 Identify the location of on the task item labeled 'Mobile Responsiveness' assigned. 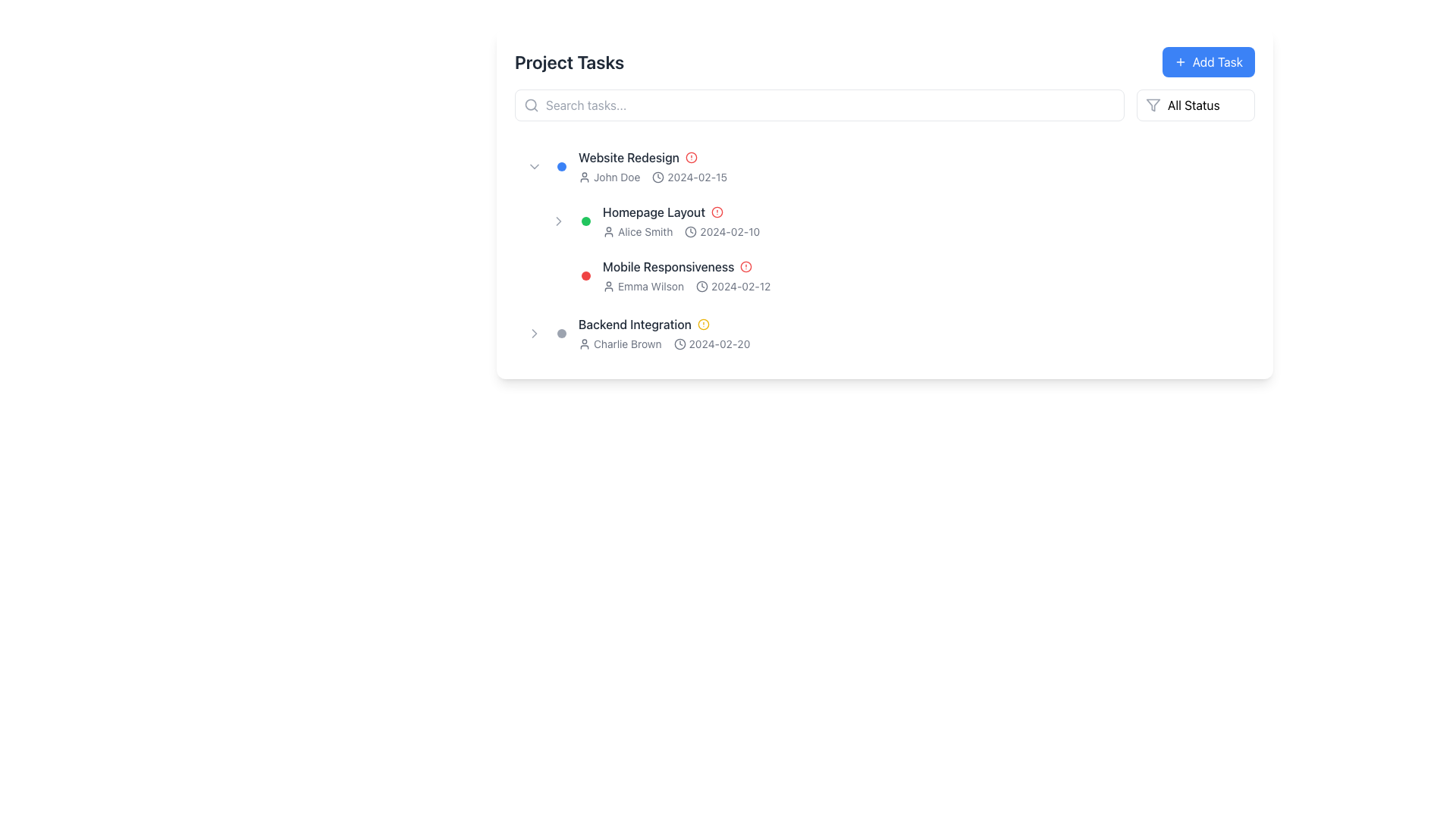
(924, 275).